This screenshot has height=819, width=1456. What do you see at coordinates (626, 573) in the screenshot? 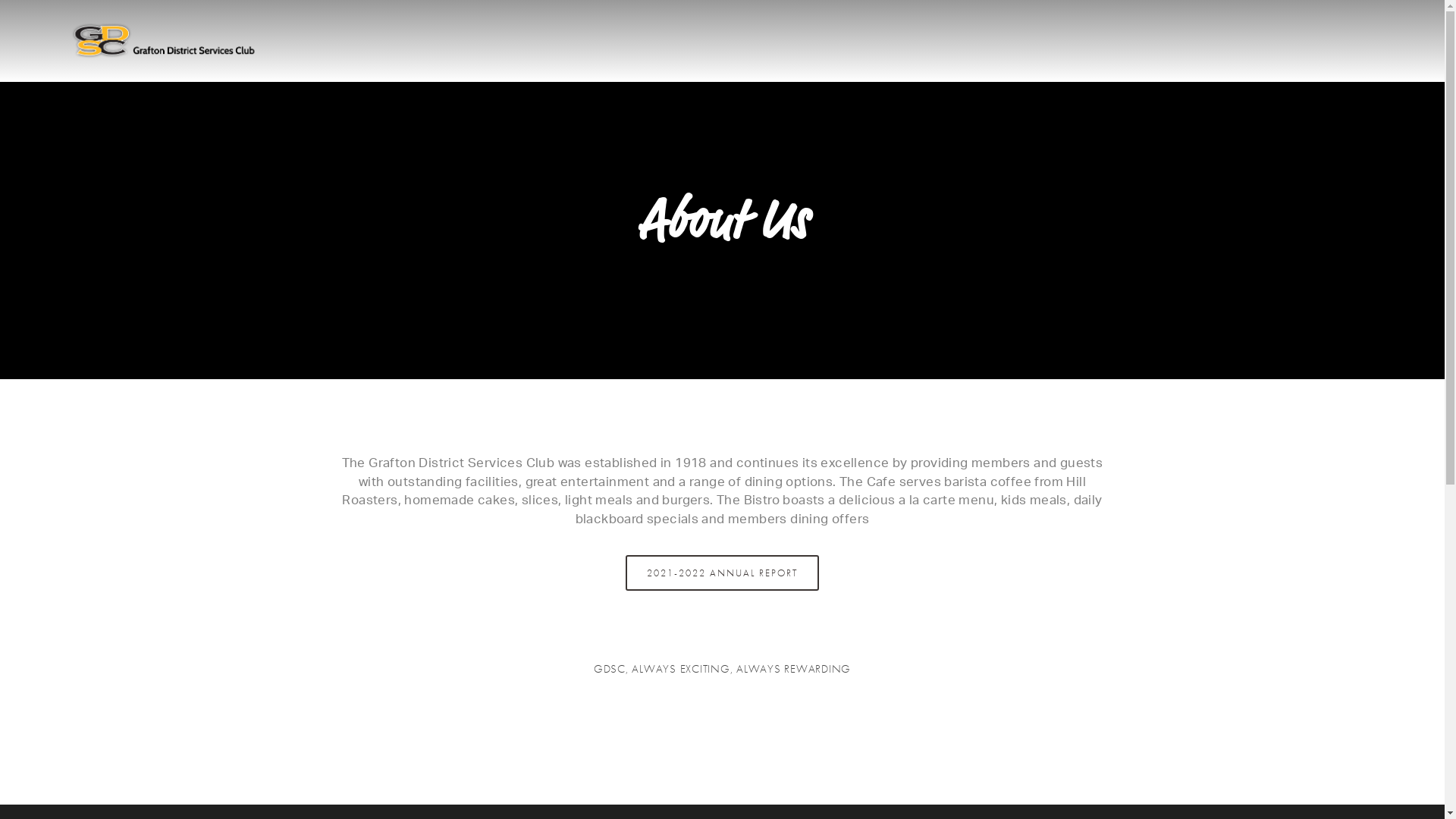
I see `'2021-2022 ANNUAL REPORT'` at bounding box center [626, 573].